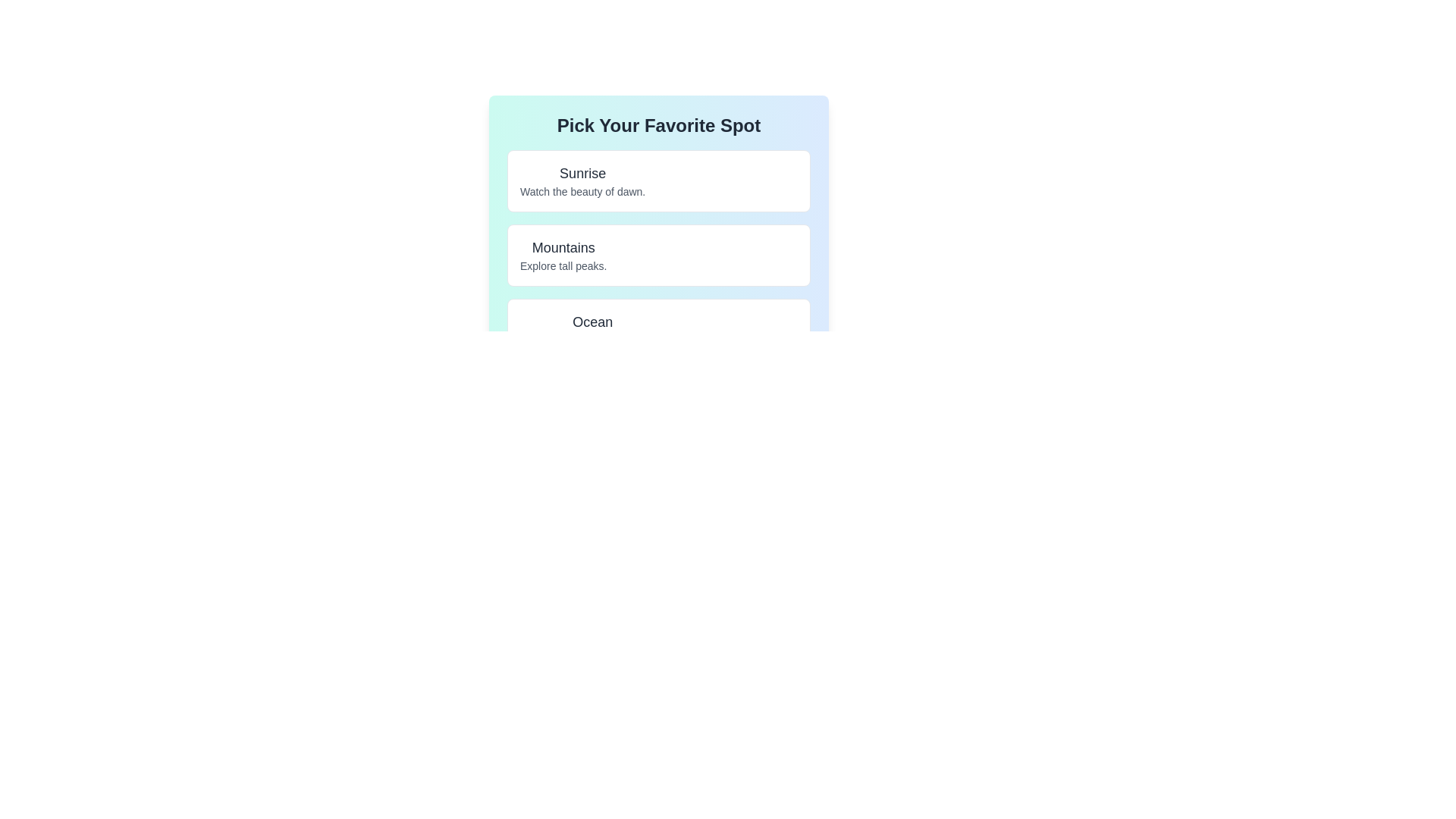  I want to click on the static text element that displays the preference for mountainous landscapes, which is the second option in a vertical list of three options, so click(563, 254).